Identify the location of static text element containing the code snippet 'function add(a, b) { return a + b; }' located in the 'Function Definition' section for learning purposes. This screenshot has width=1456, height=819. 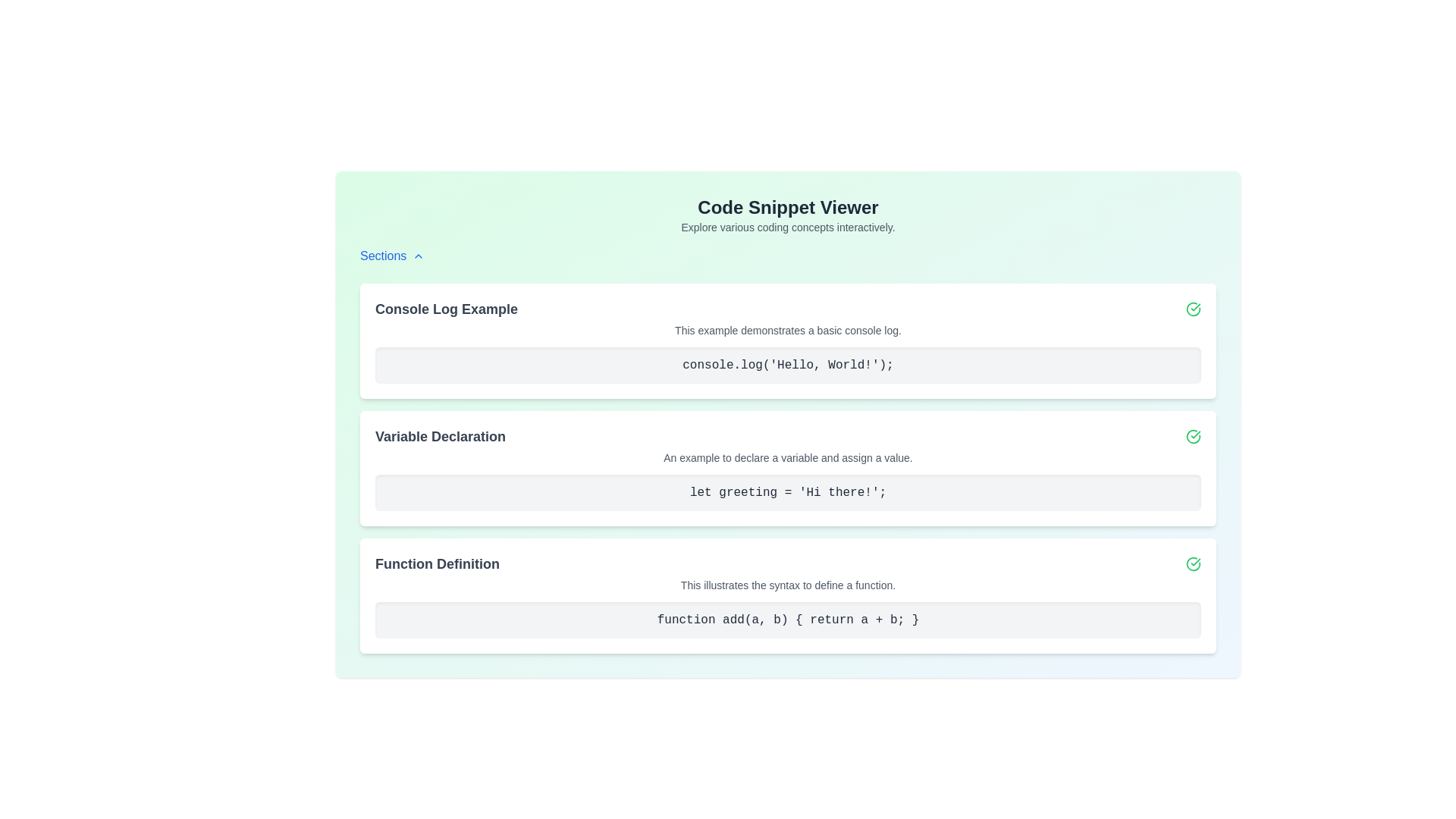
(788, 620).